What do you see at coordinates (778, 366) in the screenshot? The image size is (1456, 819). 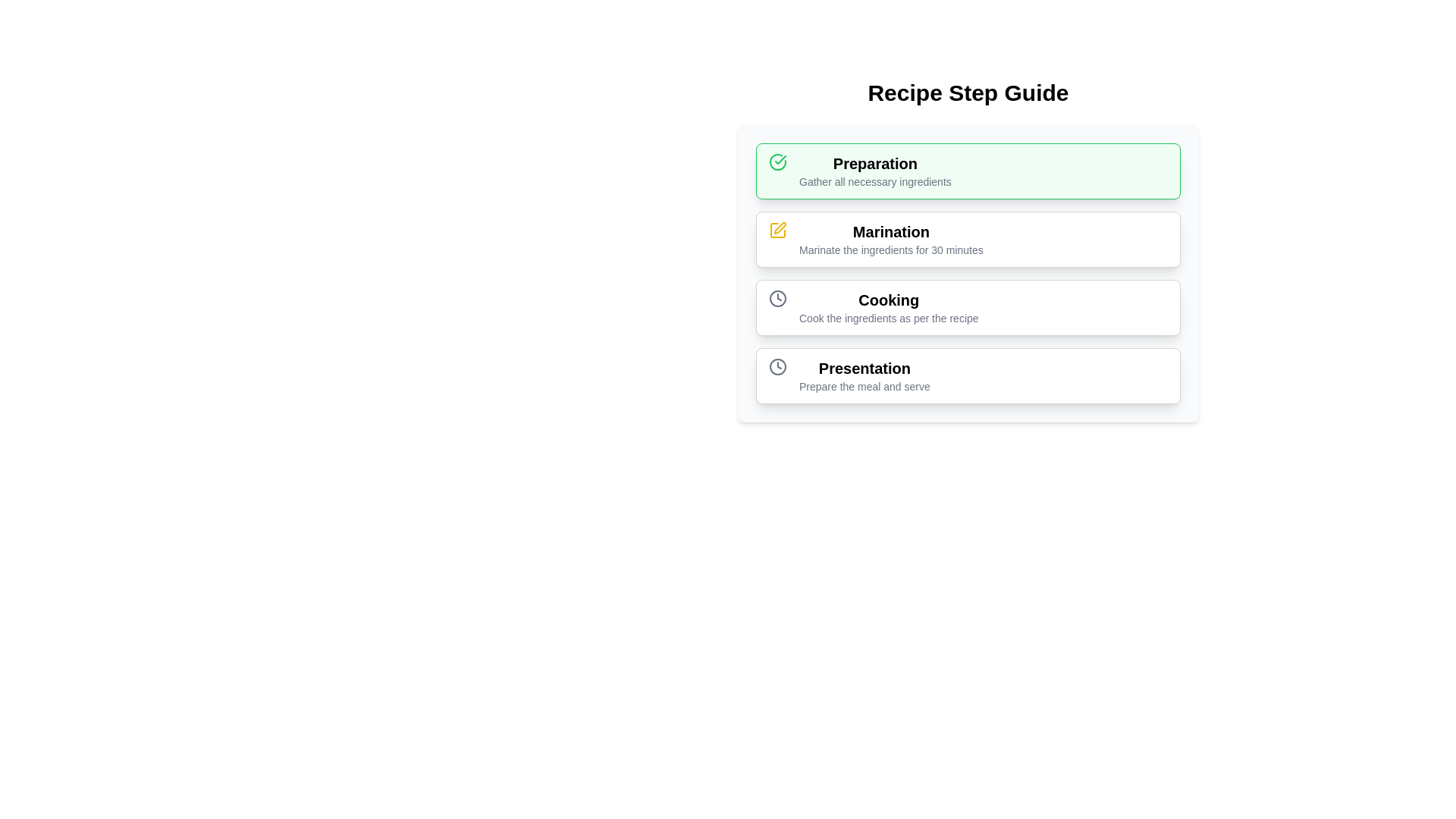 I see `the circular clock icon with a thin border located to the left of the text 'Presentation' in the fourth entry of the recipe steps` at bounding box center [778, 366].